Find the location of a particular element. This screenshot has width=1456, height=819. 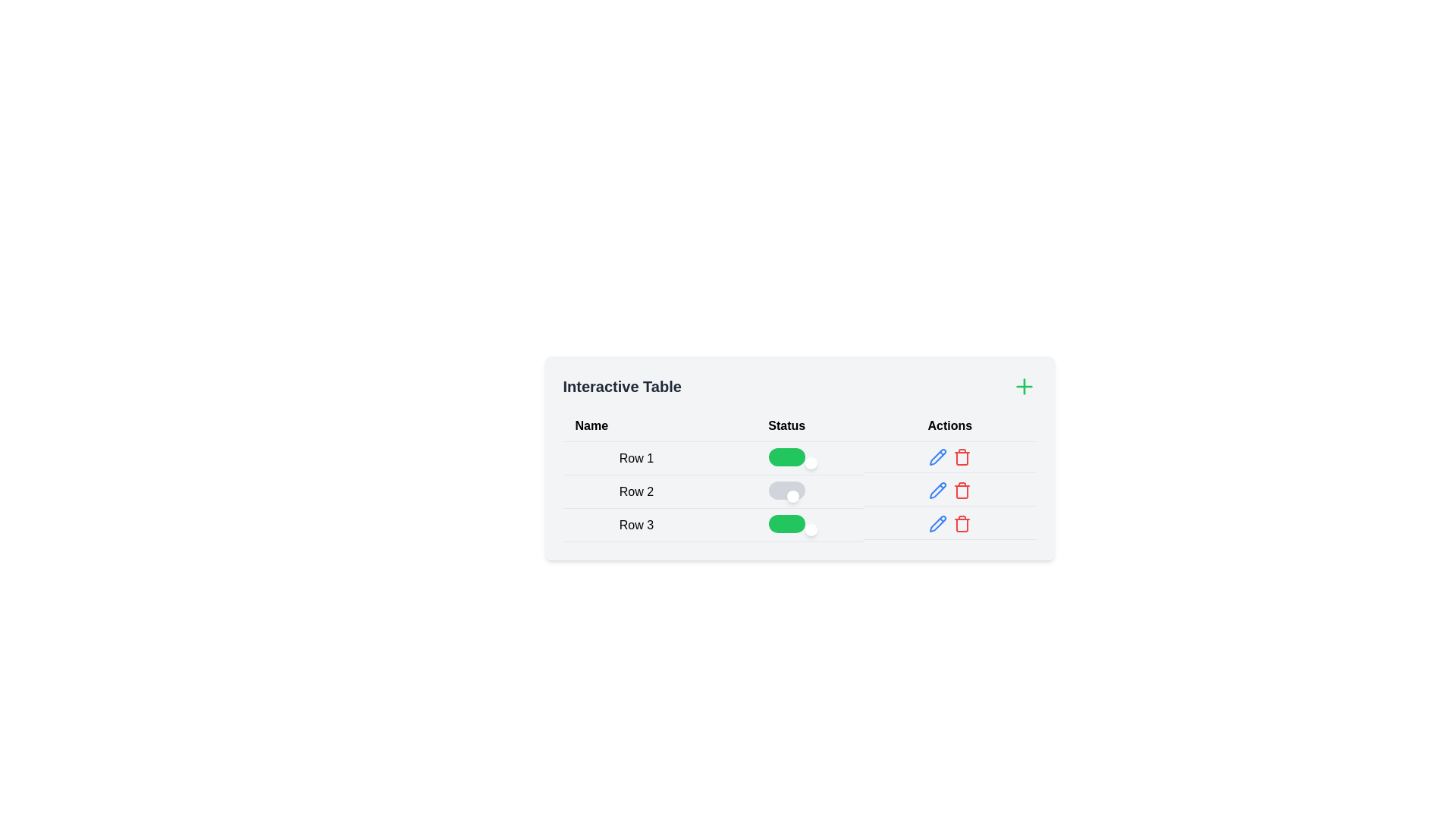

the Trash Bin Icon located in the rightmost column under the 'Actions' header in the third row of the table is located at coordinates (961, 524).